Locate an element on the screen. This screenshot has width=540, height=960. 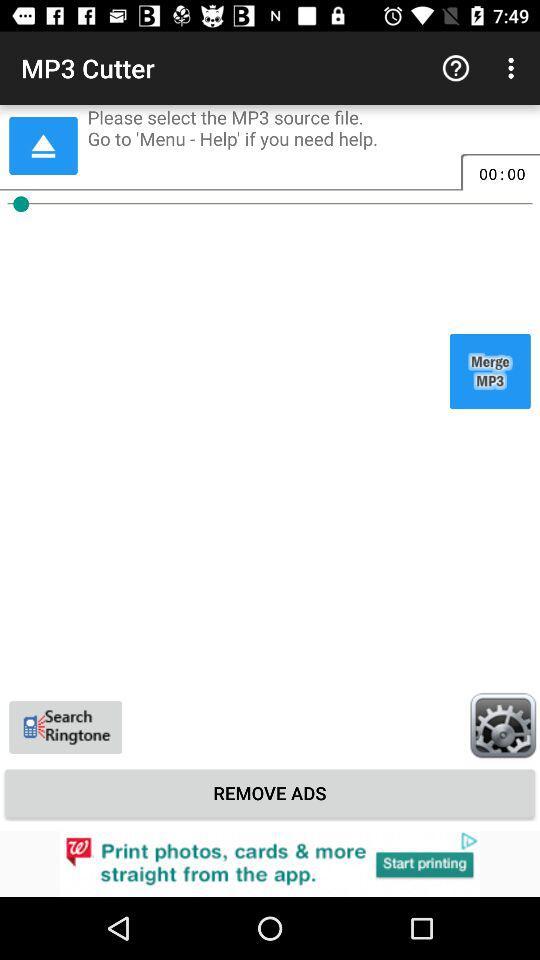
visualizar anncio is located at coordinates (270, 863).